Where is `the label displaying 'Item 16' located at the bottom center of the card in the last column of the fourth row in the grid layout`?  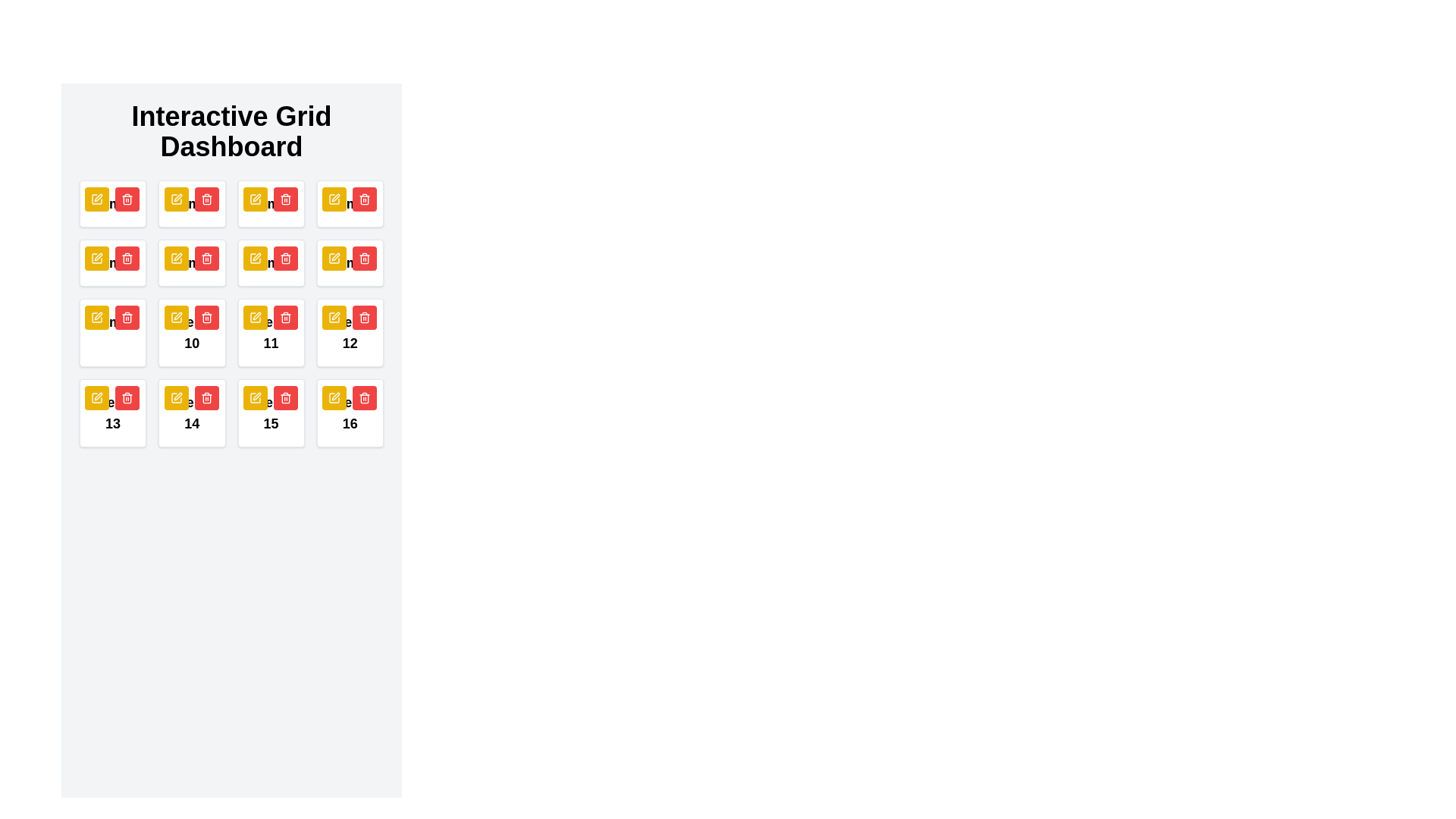 the label displaying 'Item 16' located at the bottom center of the card in the last column of the fourth row in the grid layout is located at coordinates (349, 413).